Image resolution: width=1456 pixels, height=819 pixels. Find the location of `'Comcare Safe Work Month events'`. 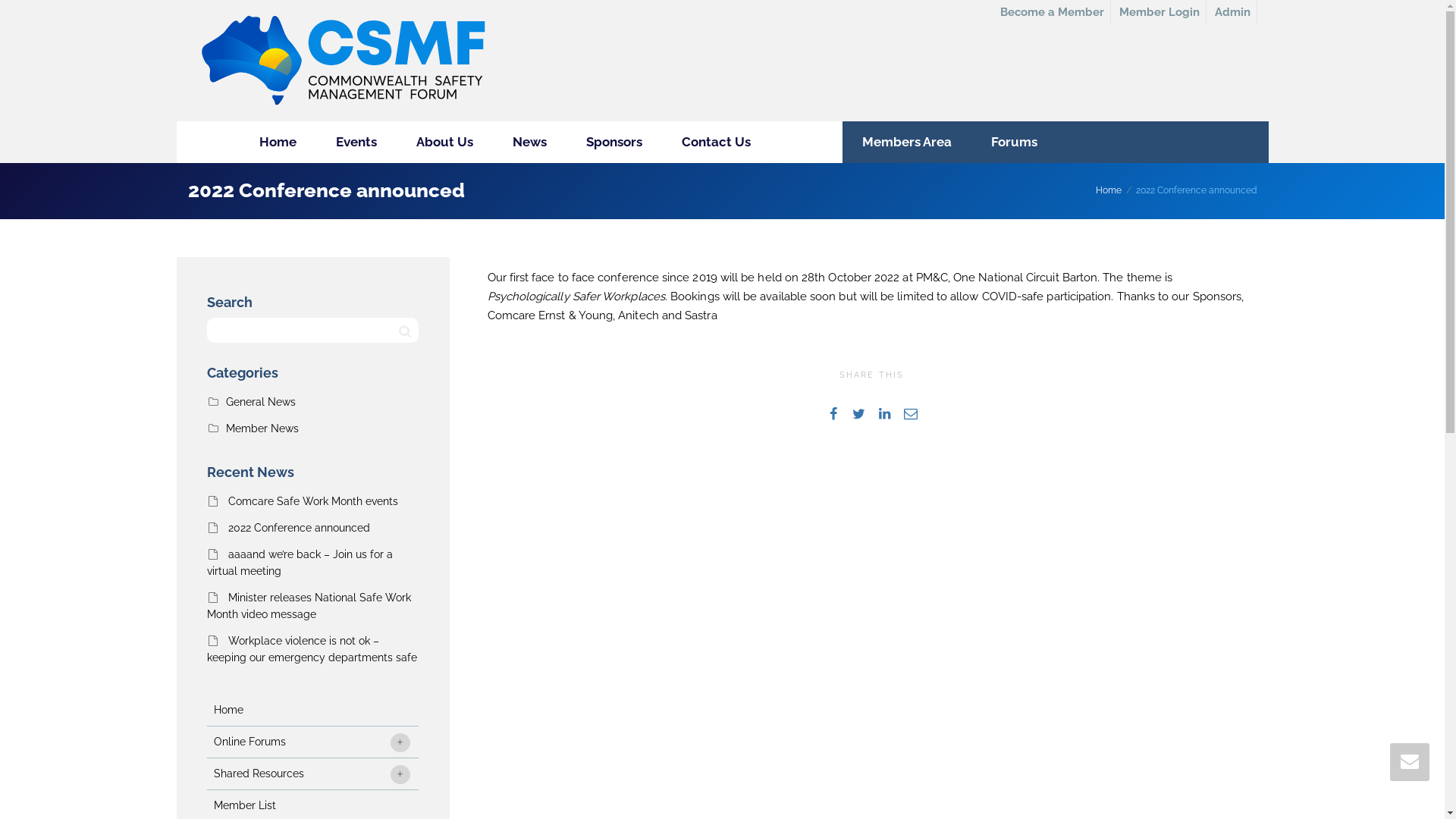

'Comcare Safe Work Month events' is located at coordinates (312, 500).